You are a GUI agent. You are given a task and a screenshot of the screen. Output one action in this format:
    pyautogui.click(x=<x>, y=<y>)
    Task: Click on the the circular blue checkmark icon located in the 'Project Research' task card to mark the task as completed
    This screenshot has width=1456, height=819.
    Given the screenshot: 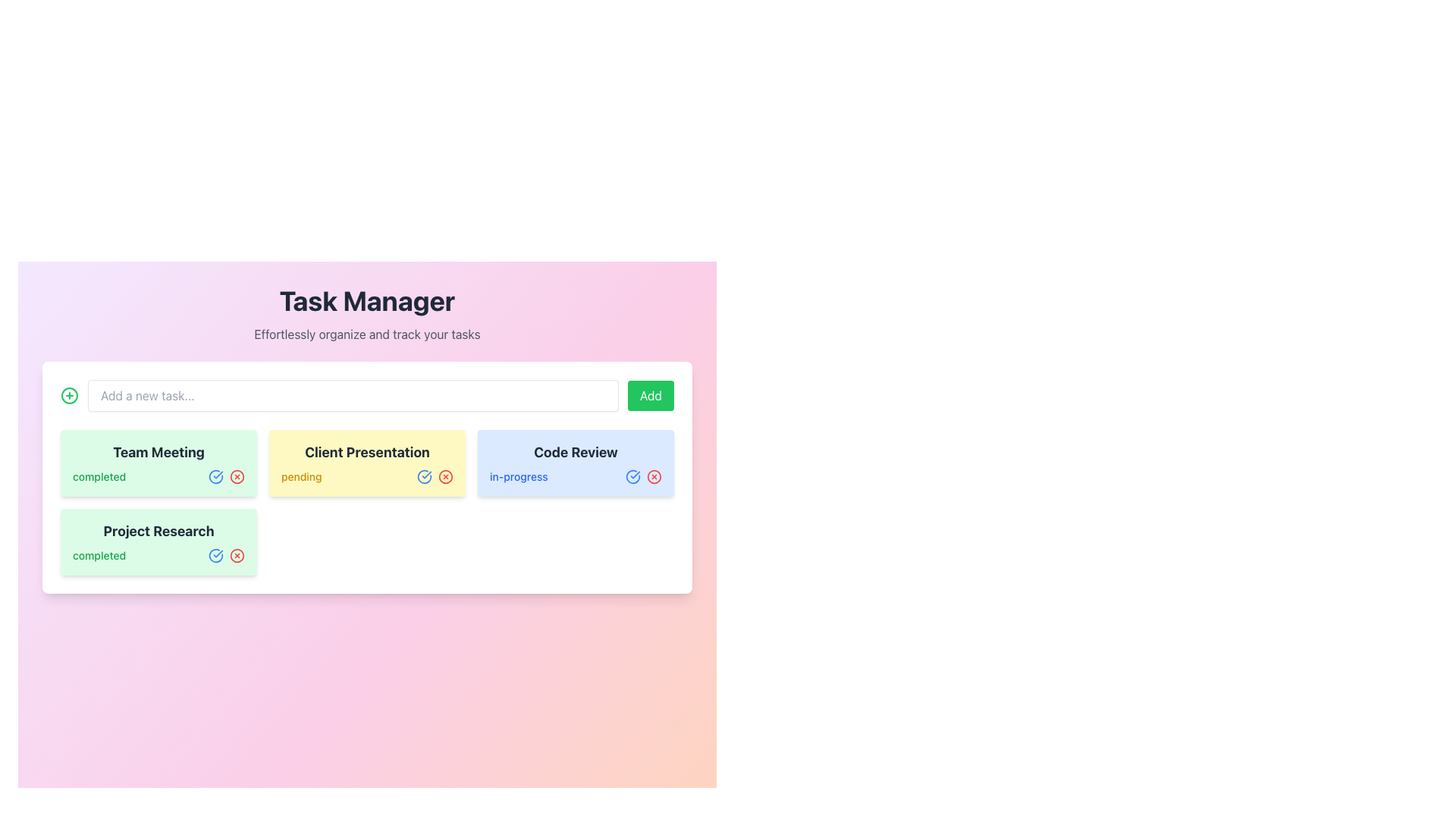 What is the action you would take?
    pyautogui.click(x=215, y=555)
    